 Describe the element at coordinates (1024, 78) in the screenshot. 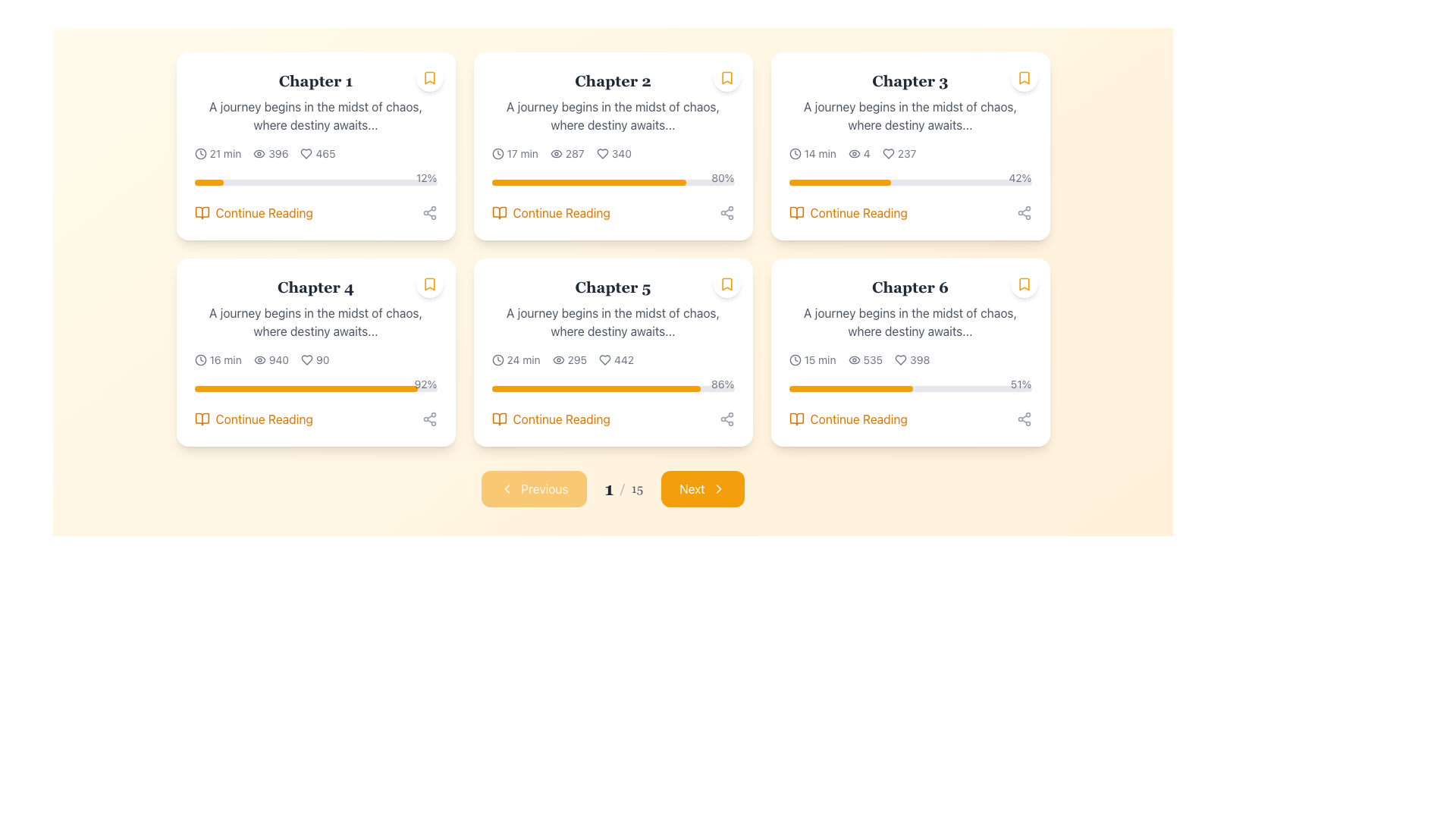

I see `the bookmark icon in the top-right corner of the card for 'Chapter 3'` at that location.